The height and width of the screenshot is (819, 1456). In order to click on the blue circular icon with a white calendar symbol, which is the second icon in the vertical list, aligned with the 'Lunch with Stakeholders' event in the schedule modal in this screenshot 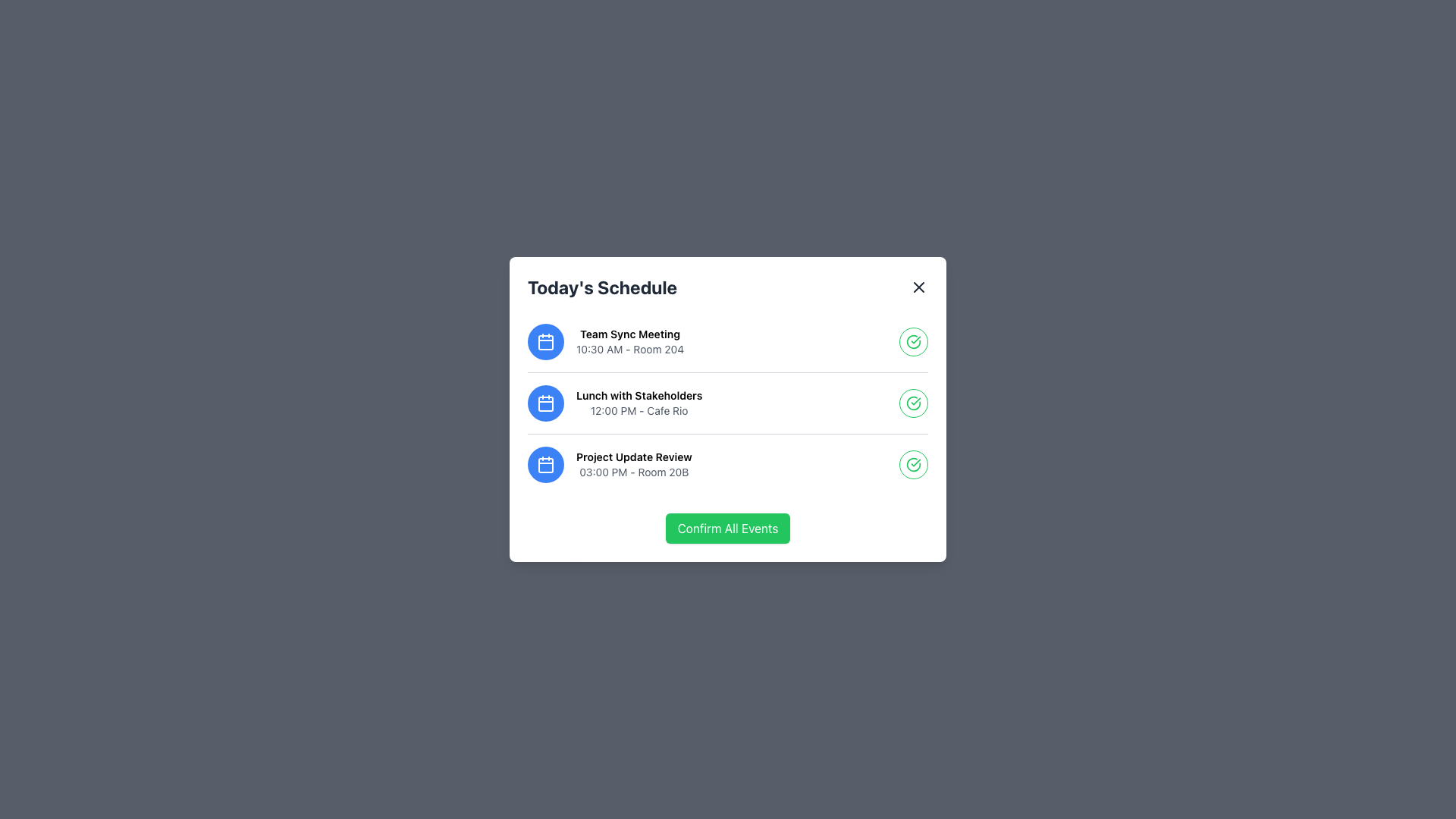, I will do `click(546, 403)`.